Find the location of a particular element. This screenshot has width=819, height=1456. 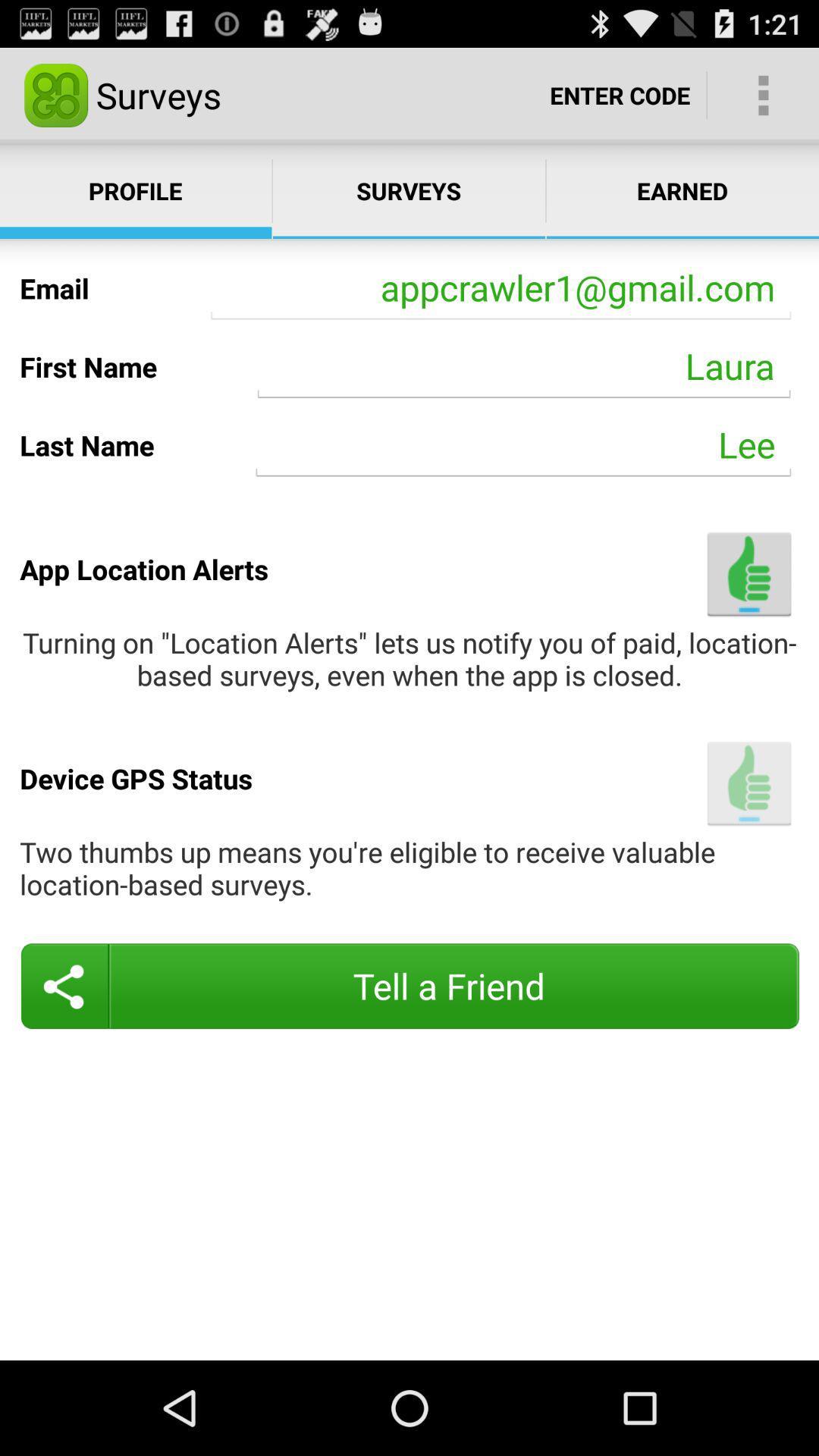

the enter code item is located at coordinates (620, 94).